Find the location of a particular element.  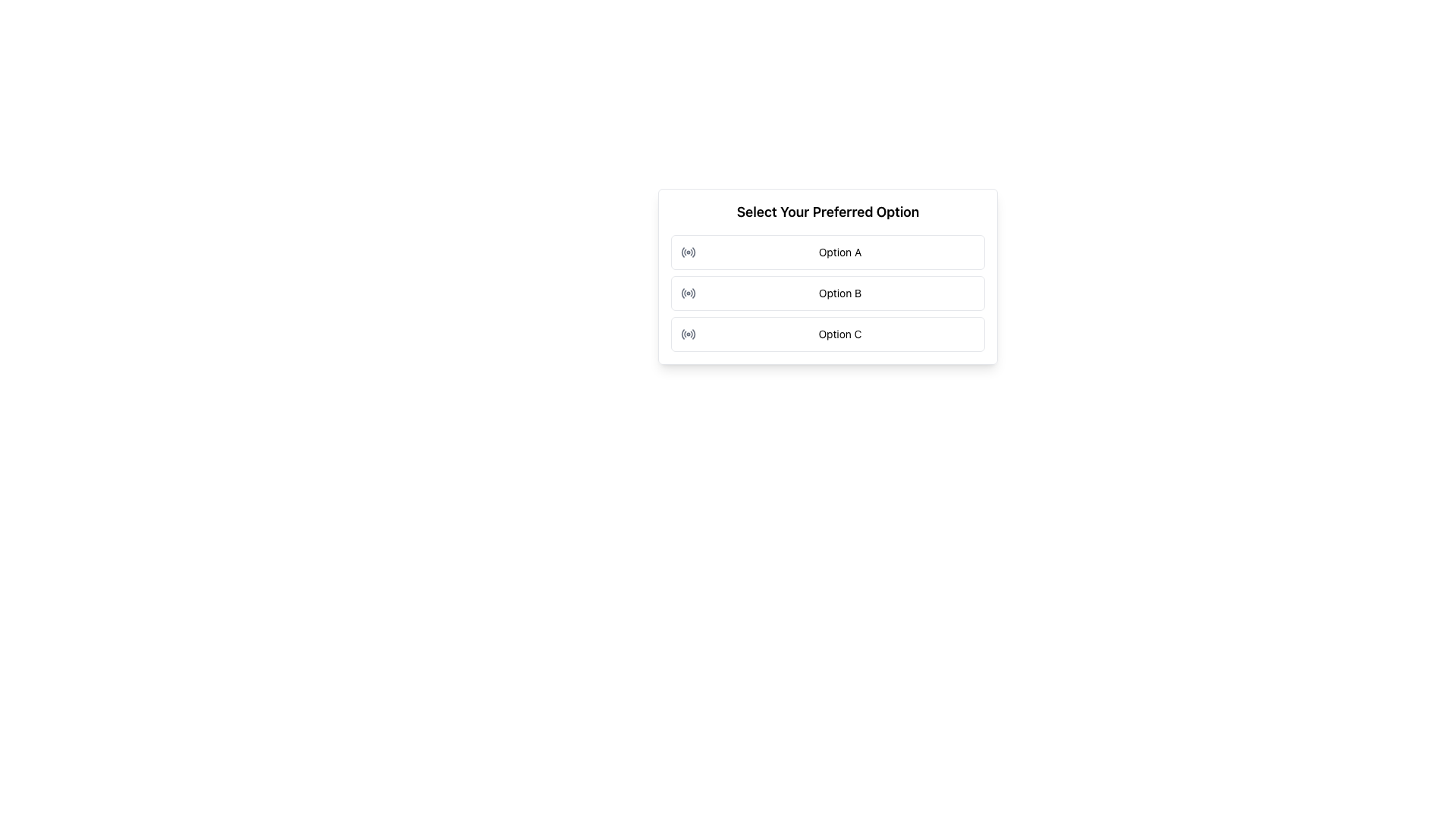

the radio button option group labeled 'Select Your Preferred Option' that contains 'Option A', 'Option B', and 'Option C' is located at coordinates (827, 293).